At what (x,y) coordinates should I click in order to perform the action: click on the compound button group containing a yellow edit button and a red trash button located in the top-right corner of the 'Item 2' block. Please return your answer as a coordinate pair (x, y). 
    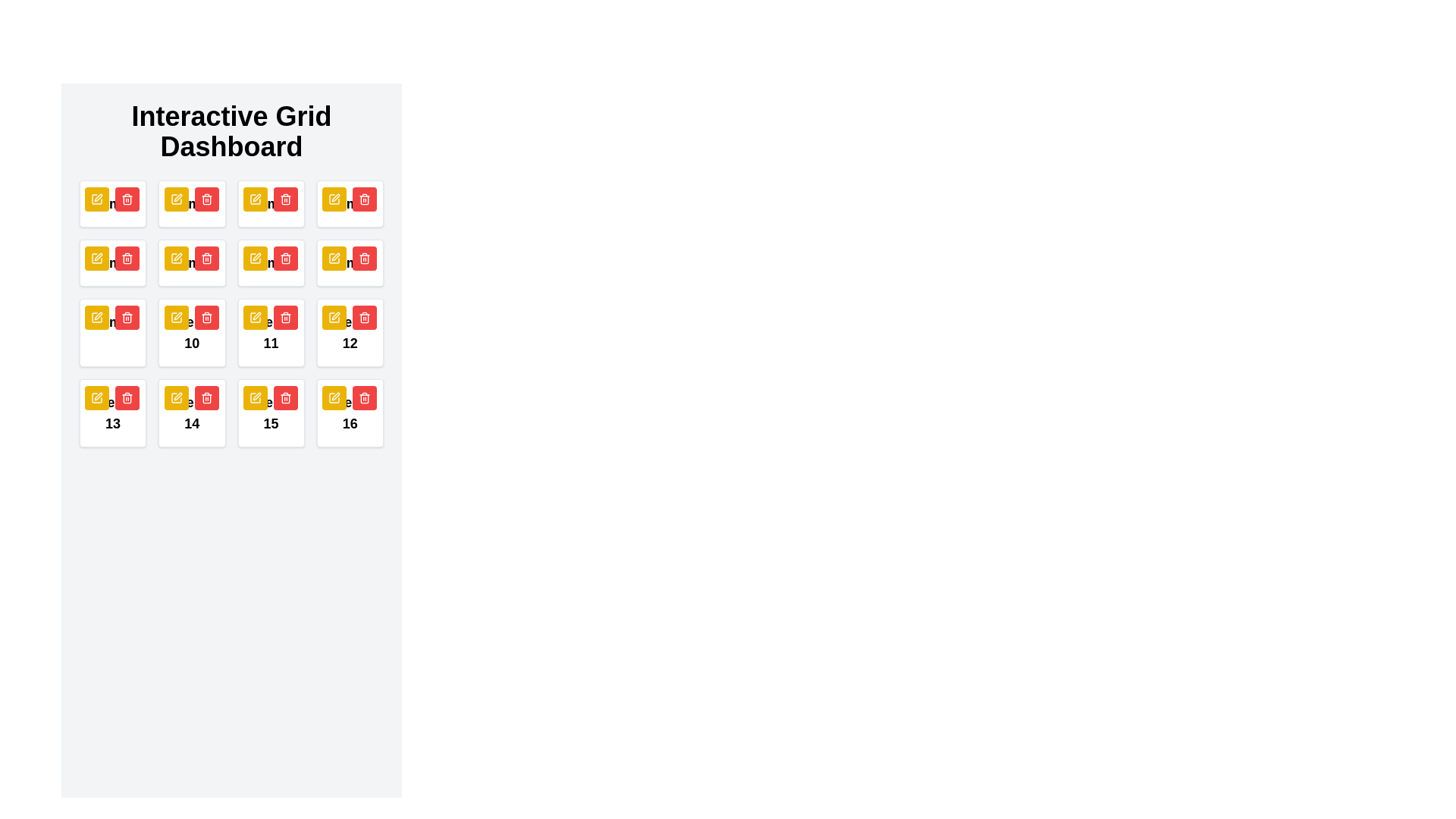
    Looking at the image, I should click on (190, 198).